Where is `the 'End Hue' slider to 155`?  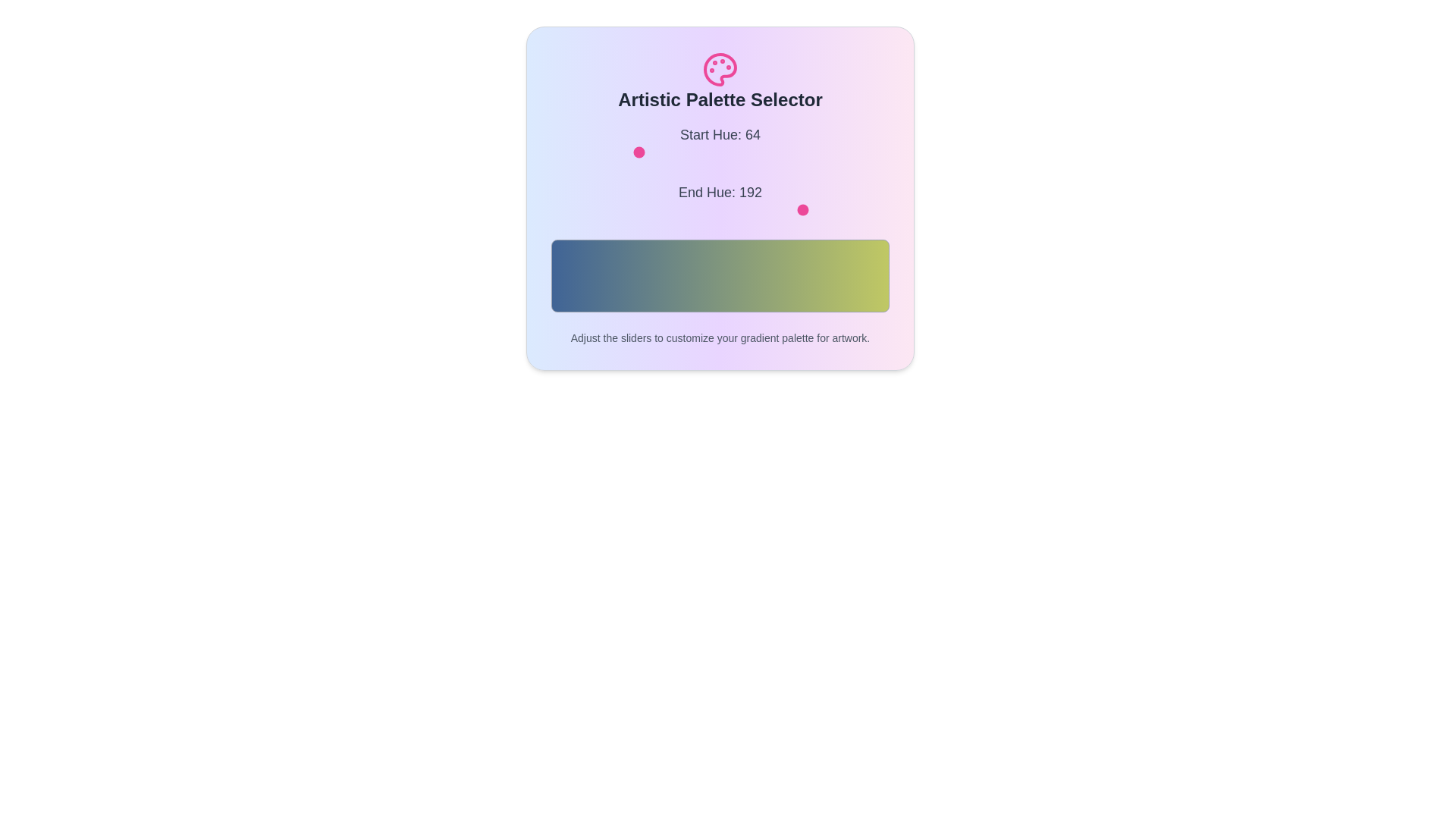 the 'End Hue' slider to 155 is located at coordinates (757, 210).